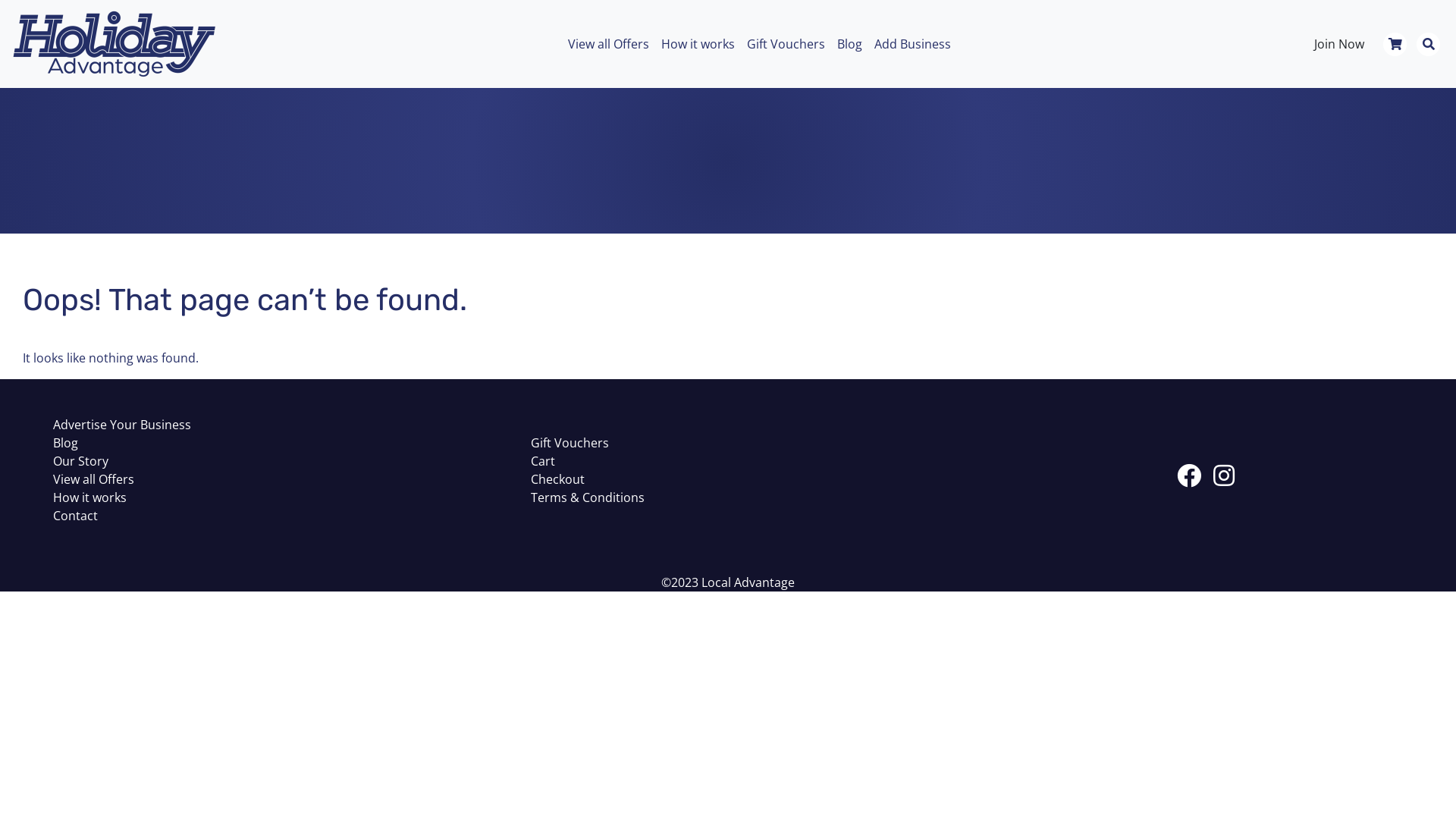  Describe the element at coordinates (1339, 42) in the screenshot. I see `'Join Now'` at that location.